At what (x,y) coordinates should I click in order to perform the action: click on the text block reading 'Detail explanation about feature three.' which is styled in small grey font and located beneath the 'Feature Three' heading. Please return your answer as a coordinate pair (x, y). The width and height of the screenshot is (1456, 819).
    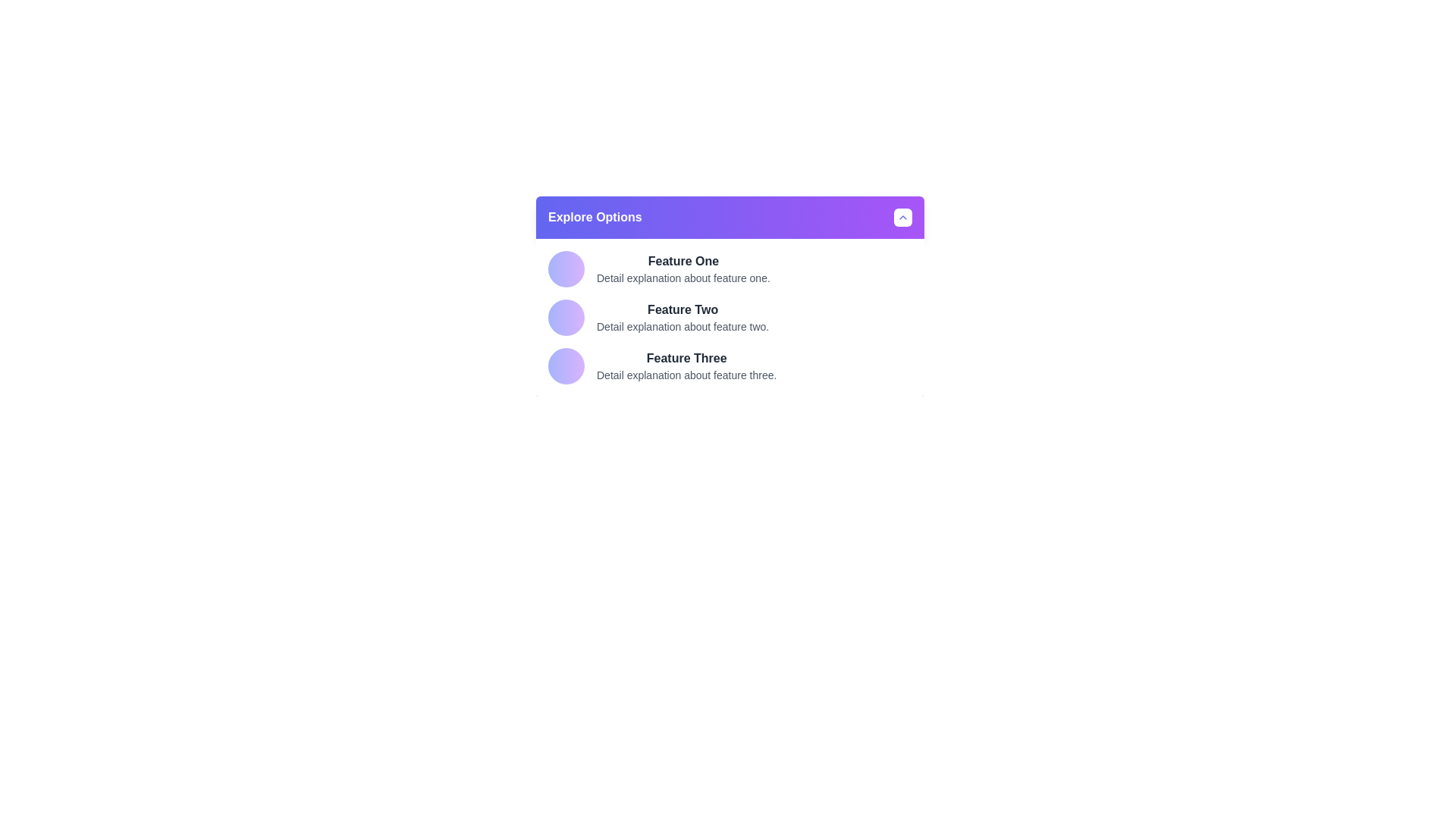
    Looking at the image, I should click on (686, 375).